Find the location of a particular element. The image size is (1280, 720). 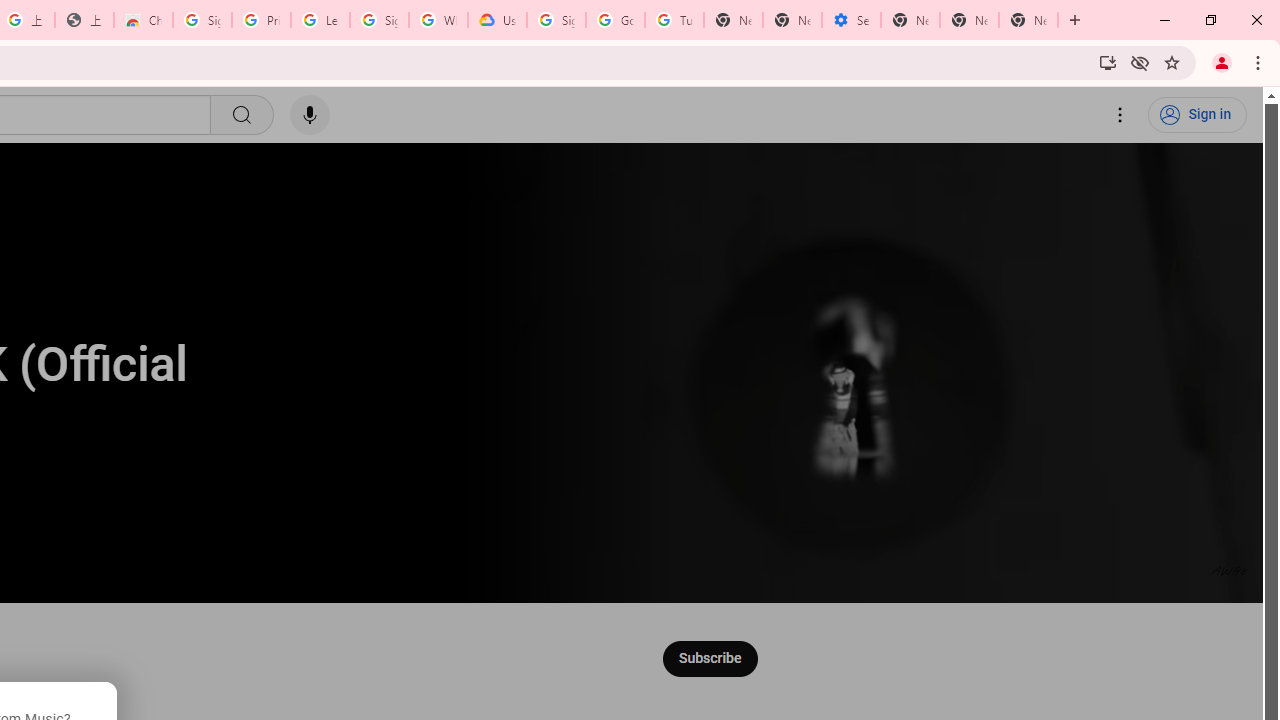

'Chrome Web Store' is located at coordinates (142, 20).